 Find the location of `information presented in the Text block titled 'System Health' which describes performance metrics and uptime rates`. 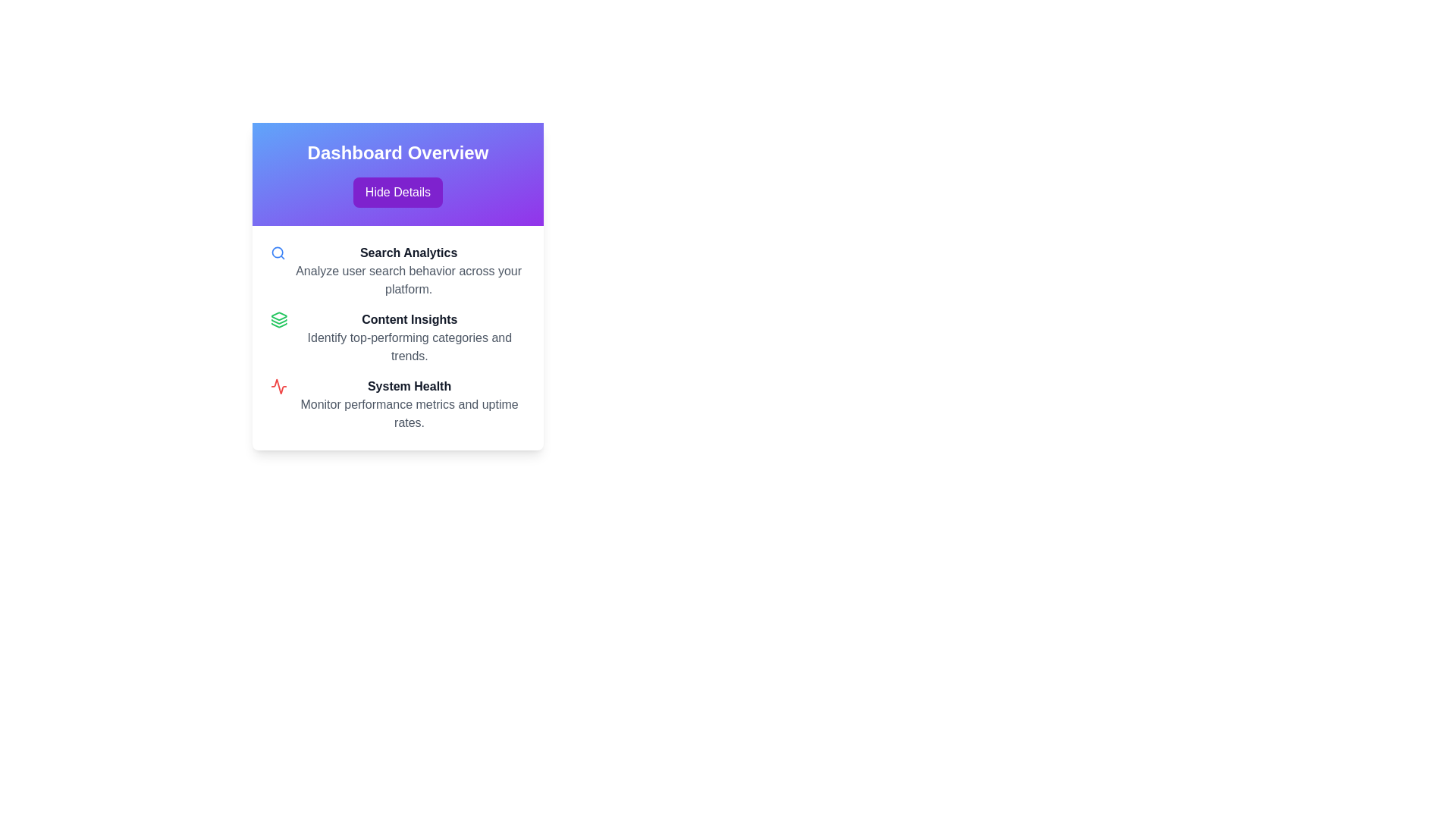

information presented in the Text block titled 'System Health' which describes performance metrics and uptime rates is located at coordinates (409, 403).